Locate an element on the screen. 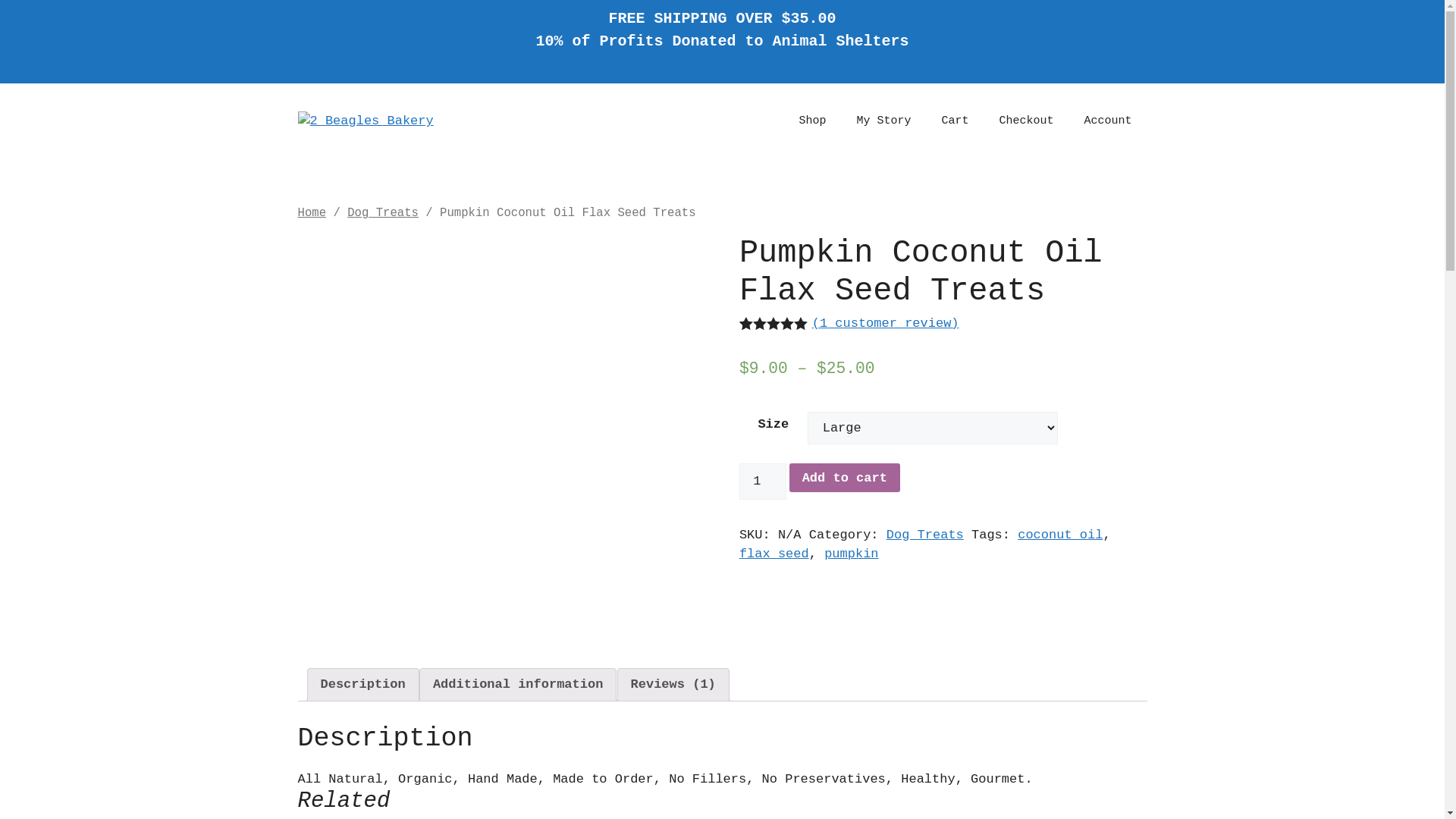 The image size is (1456, 819). 'flax seed' is located at coordinates (774, 554).